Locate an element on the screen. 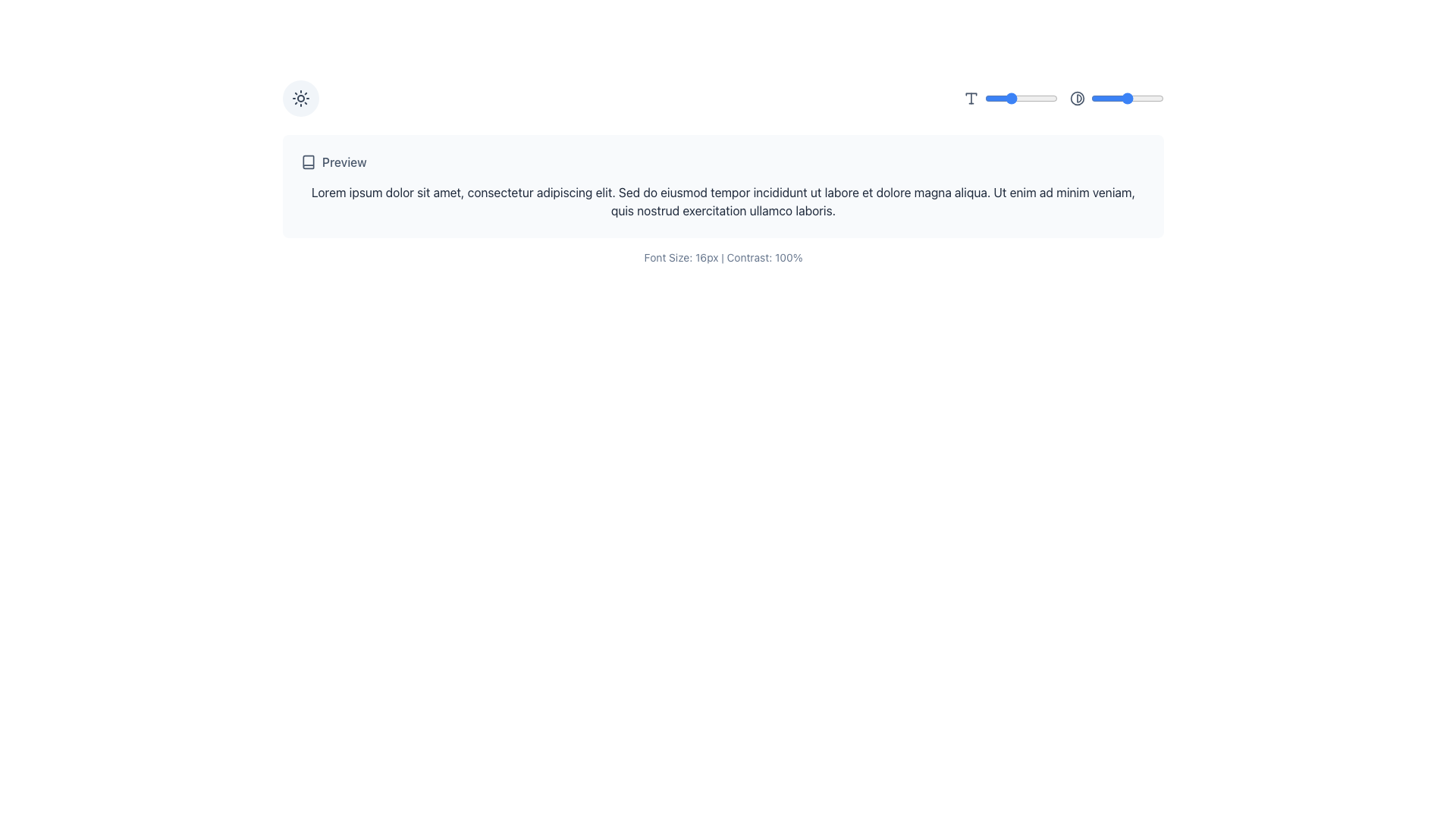 Image resolution: width=1456 pixels, height=819 pixels. the error message display that is styled in red with a warning icon, positioned below 'Recipient Email Template' is located at coordinates (498, 215).